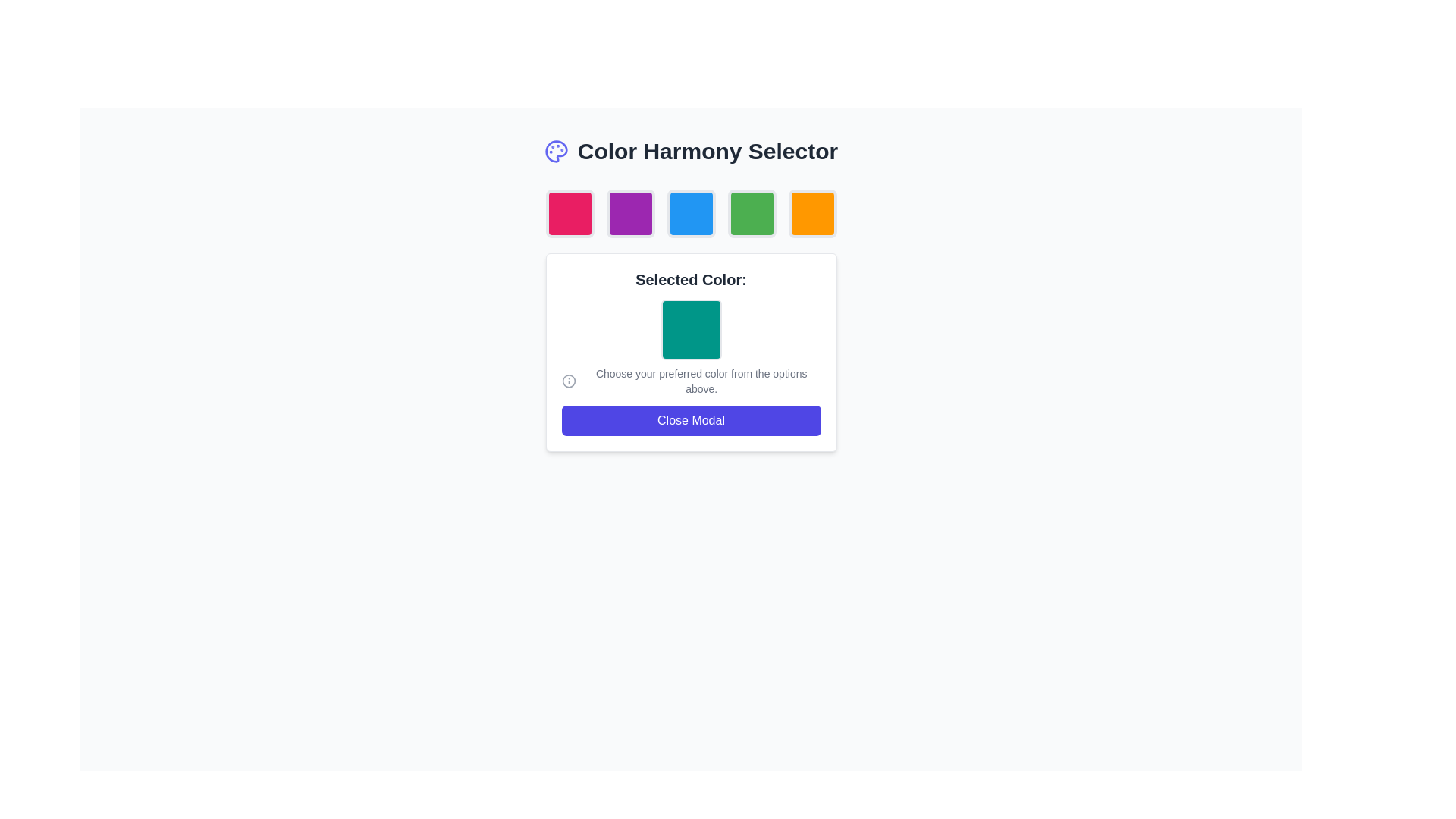  I want to click on one of the color buttons in the Color Harmony Selector grid layout, located near the top-center of the modal window, so click(690, 213).